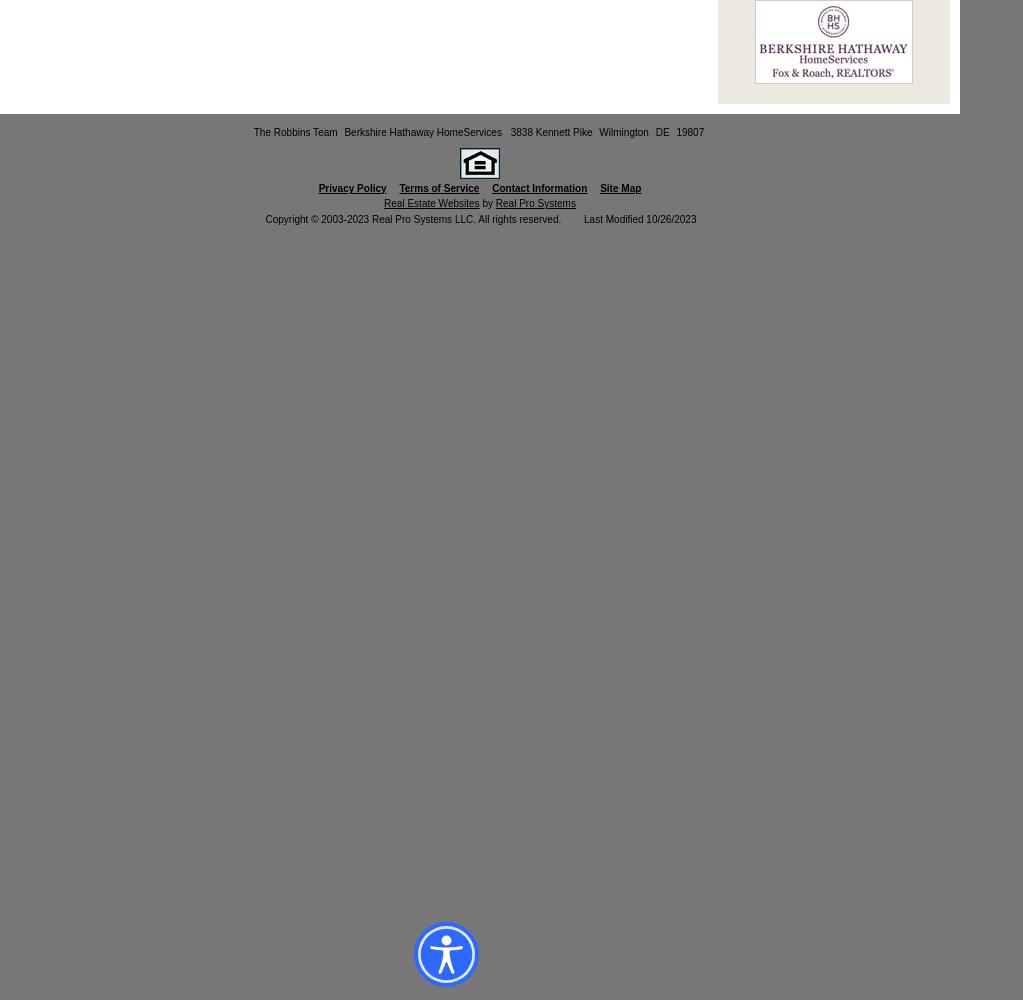 This screenshot has height=1000, width=1023. What do you see at coordinates (689, 132) in the screenshot?
I see `'19807'` at bounding box center [689, 132].